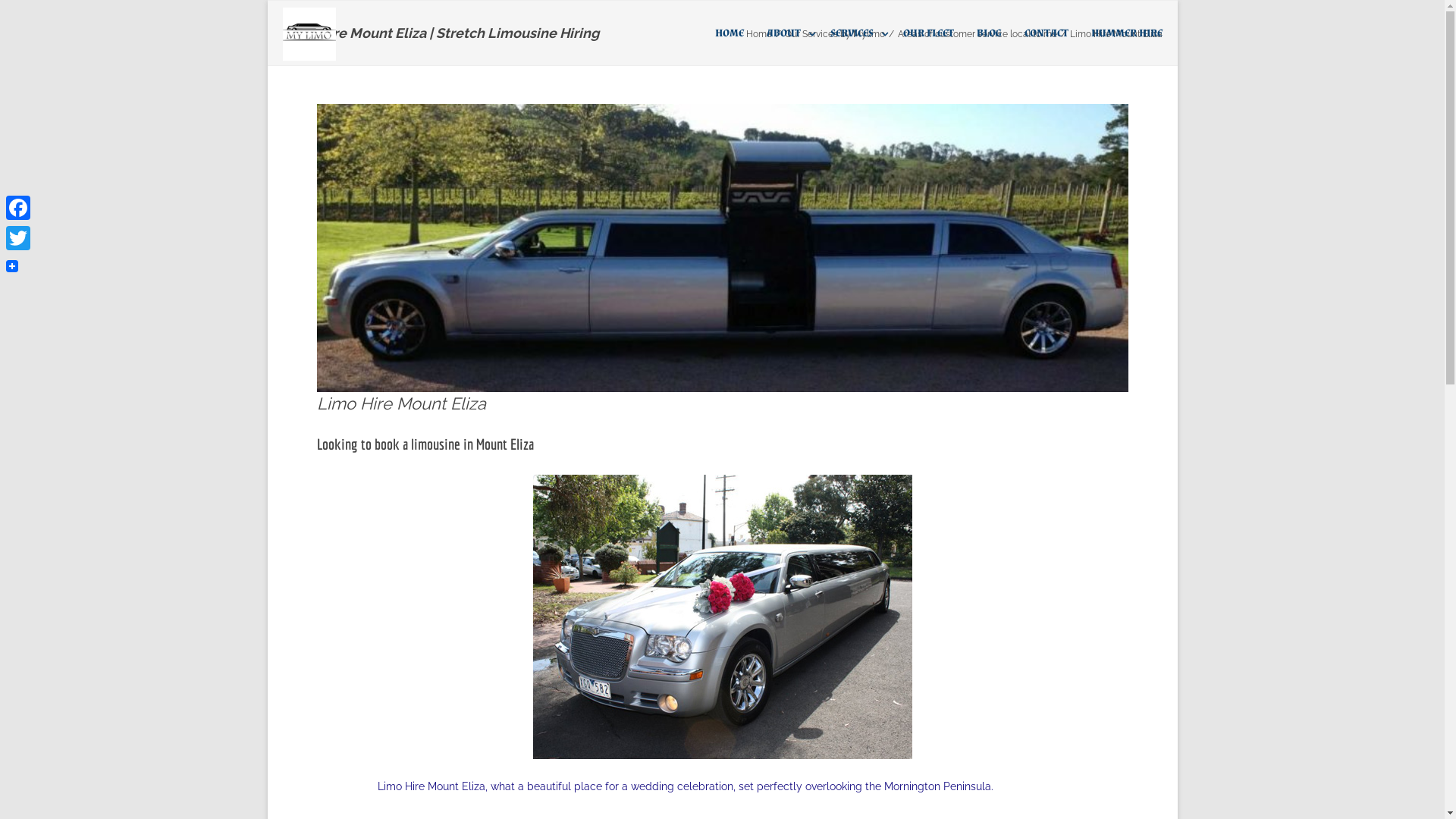 This screenshot has width=1456, height=819. I want to click on 'Twitter', so click(18, 237).